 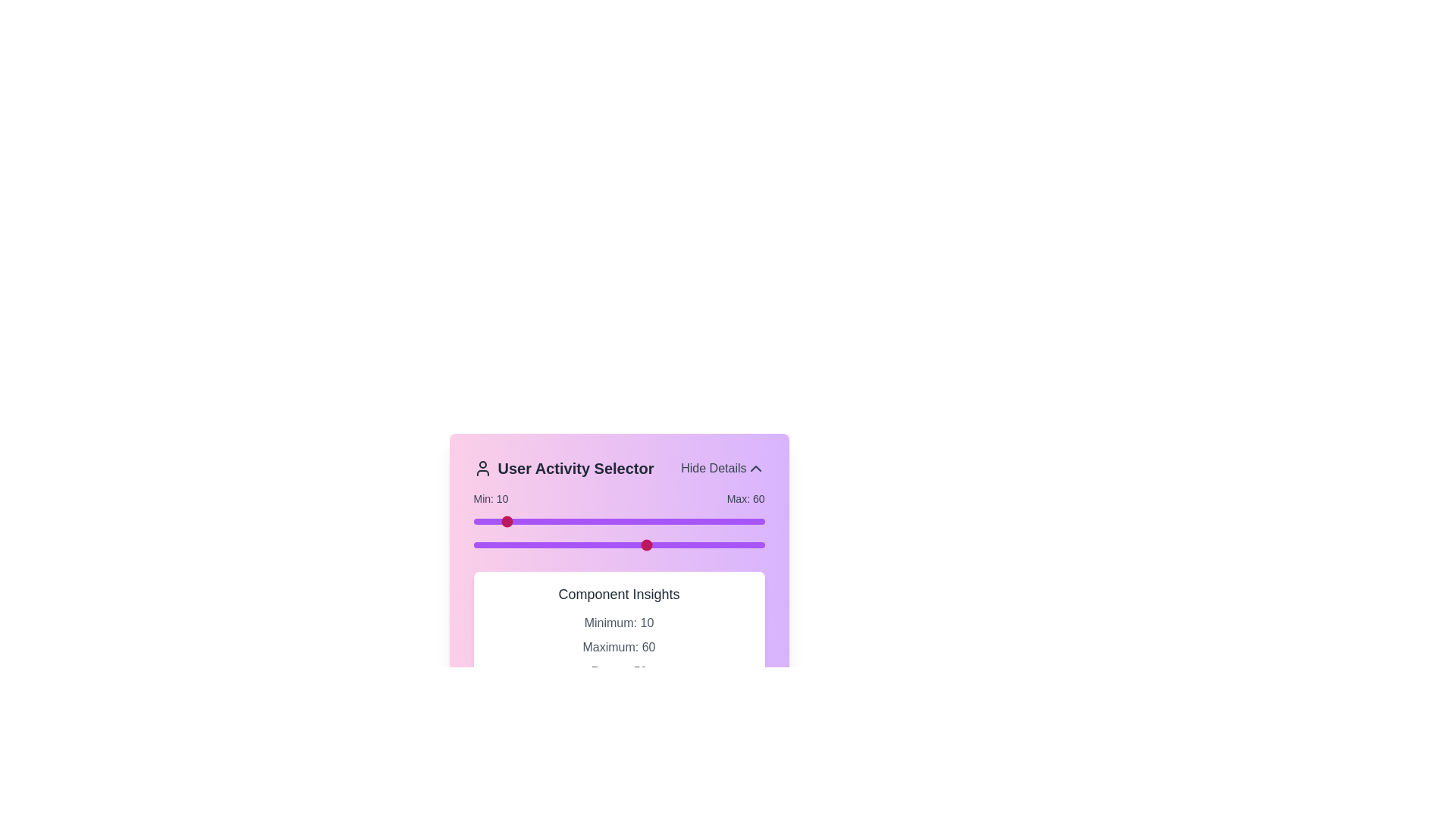 I want to click on the slider to set the range value to 92, so click(x=741, y=520).